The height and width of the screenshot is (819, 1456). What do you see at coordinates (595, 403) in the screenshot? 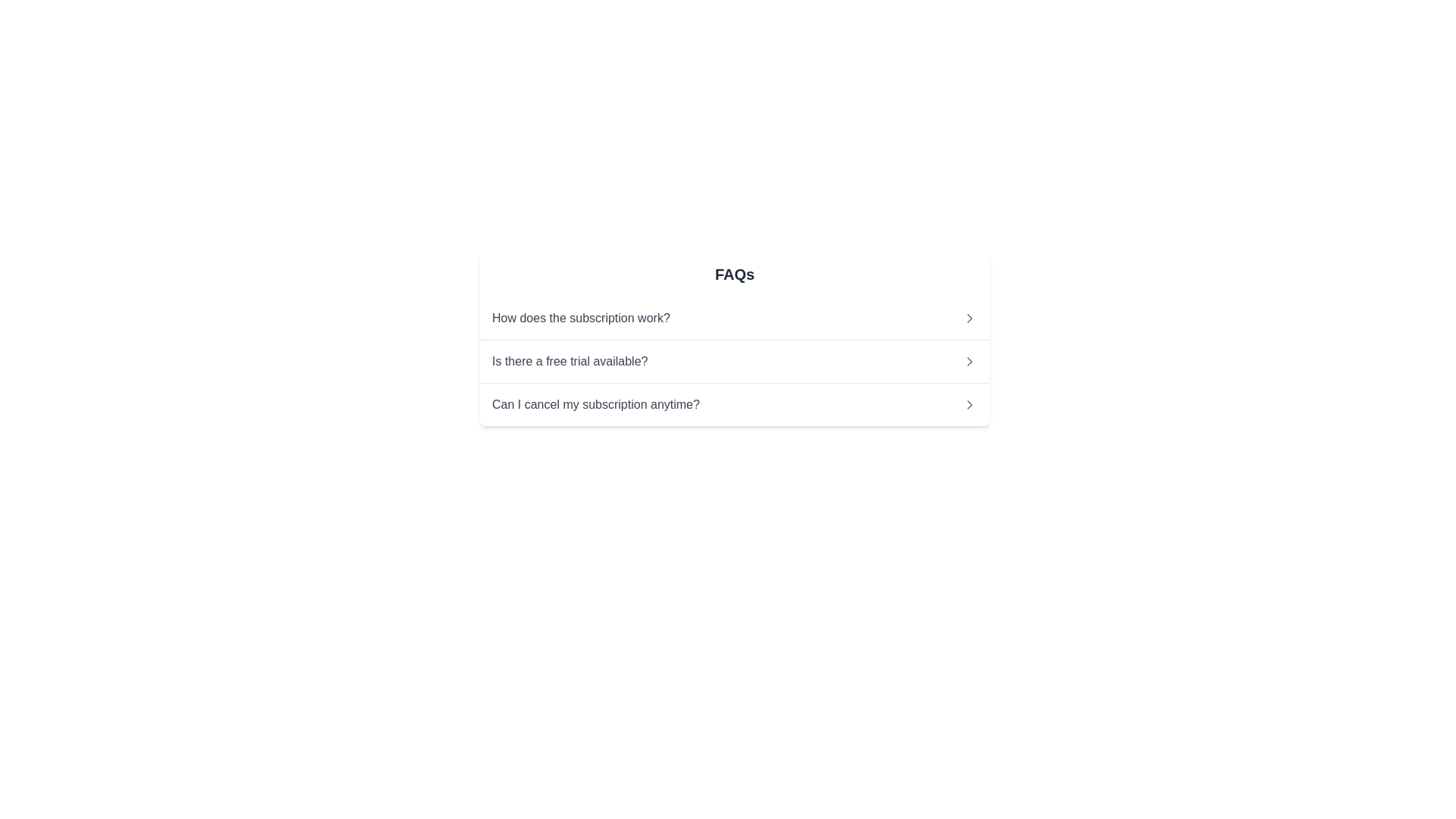
I see `the third question text label in the FAQ section regarding subscription cancellation, located below the inquiry about free trials` at bounding box center [595, 403].